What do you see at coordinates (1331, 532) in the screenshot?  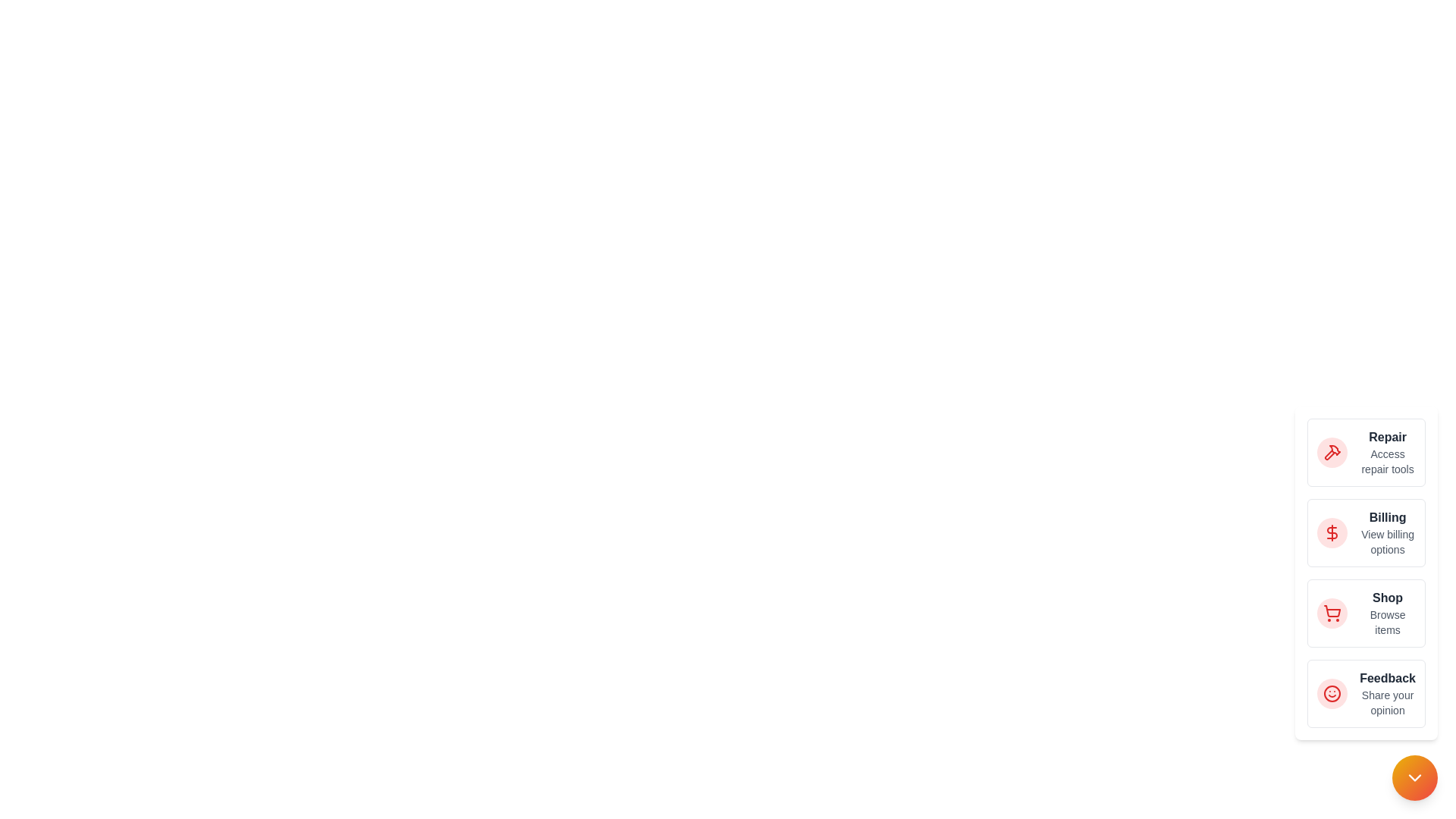 I see `the action labeled 'Billing' to highlight it` at bounding box center [1331, 532].